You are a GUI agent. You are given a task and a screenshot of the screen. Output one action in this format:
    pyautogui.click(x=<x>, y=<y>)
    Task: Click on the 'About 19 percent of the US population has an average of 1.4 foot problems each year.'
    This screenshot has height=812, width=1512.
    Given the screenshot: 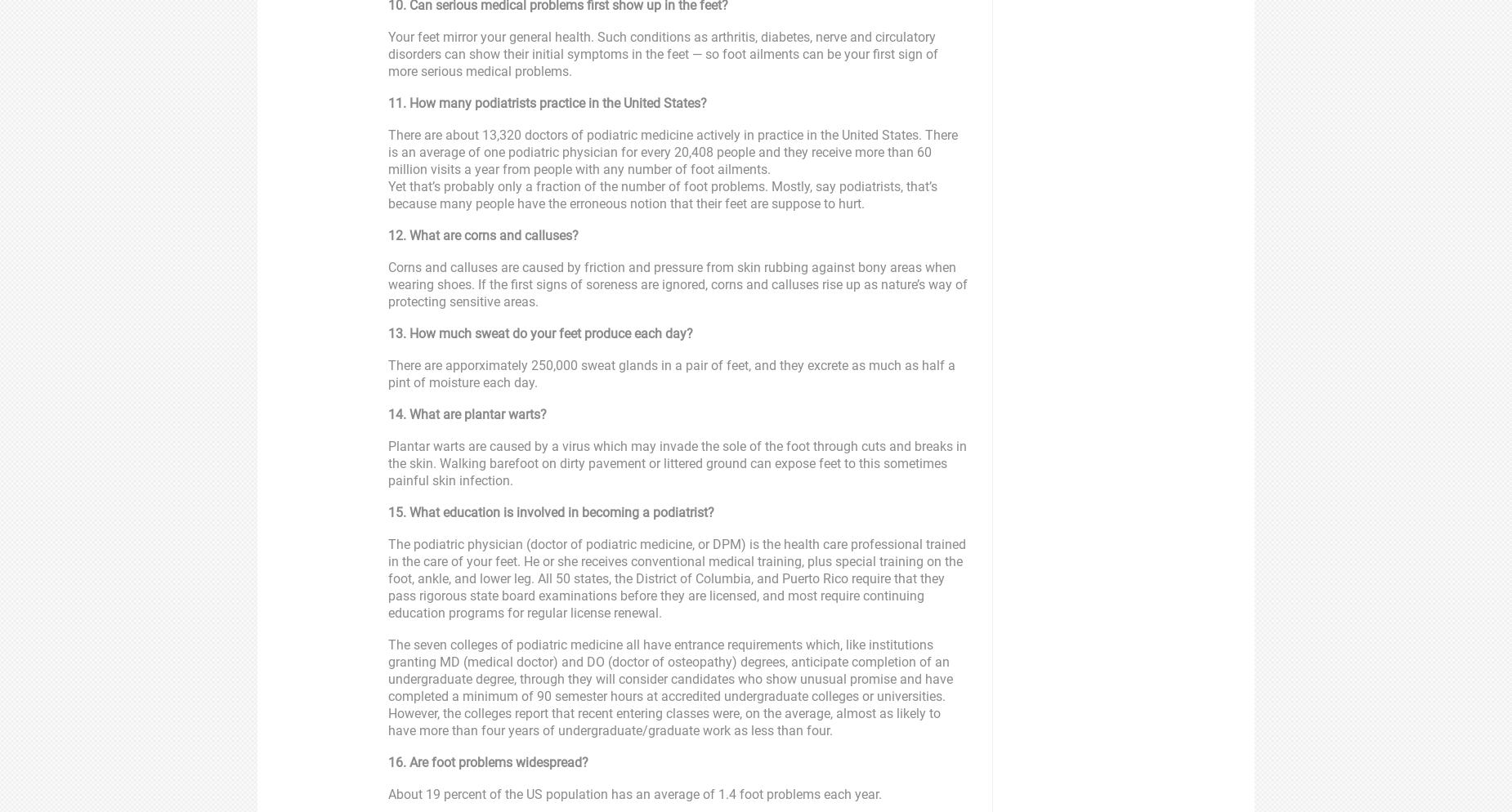 What is the action you would take?
    pyautogui.click(x=635, y=793)
    